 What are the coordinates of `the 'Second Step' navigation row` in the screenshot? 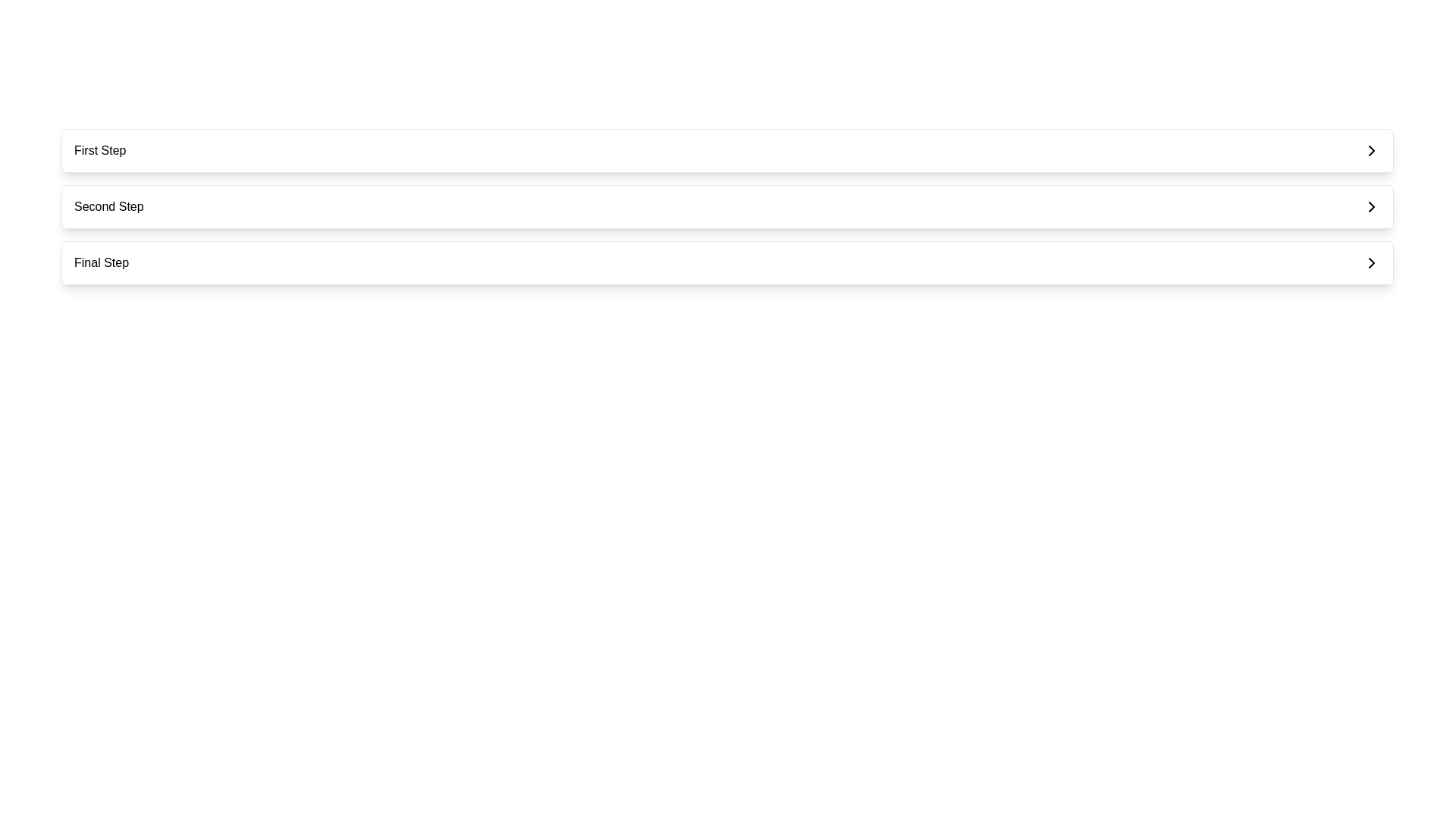 It's located at (726, 207).